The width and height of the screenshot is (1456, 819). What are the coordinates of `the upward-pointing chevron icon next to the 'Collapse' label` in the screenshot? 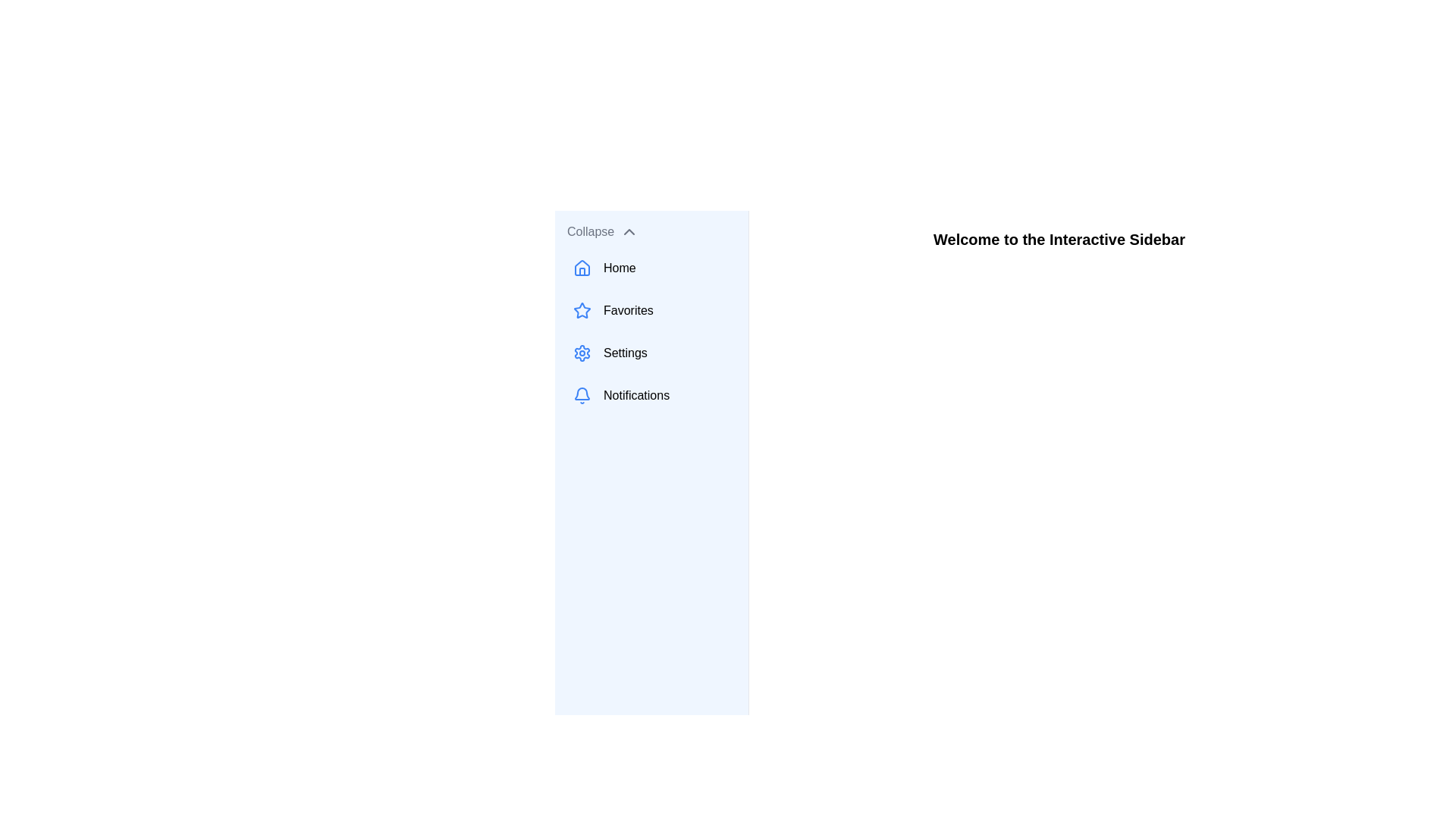 It's located at (629, 231).